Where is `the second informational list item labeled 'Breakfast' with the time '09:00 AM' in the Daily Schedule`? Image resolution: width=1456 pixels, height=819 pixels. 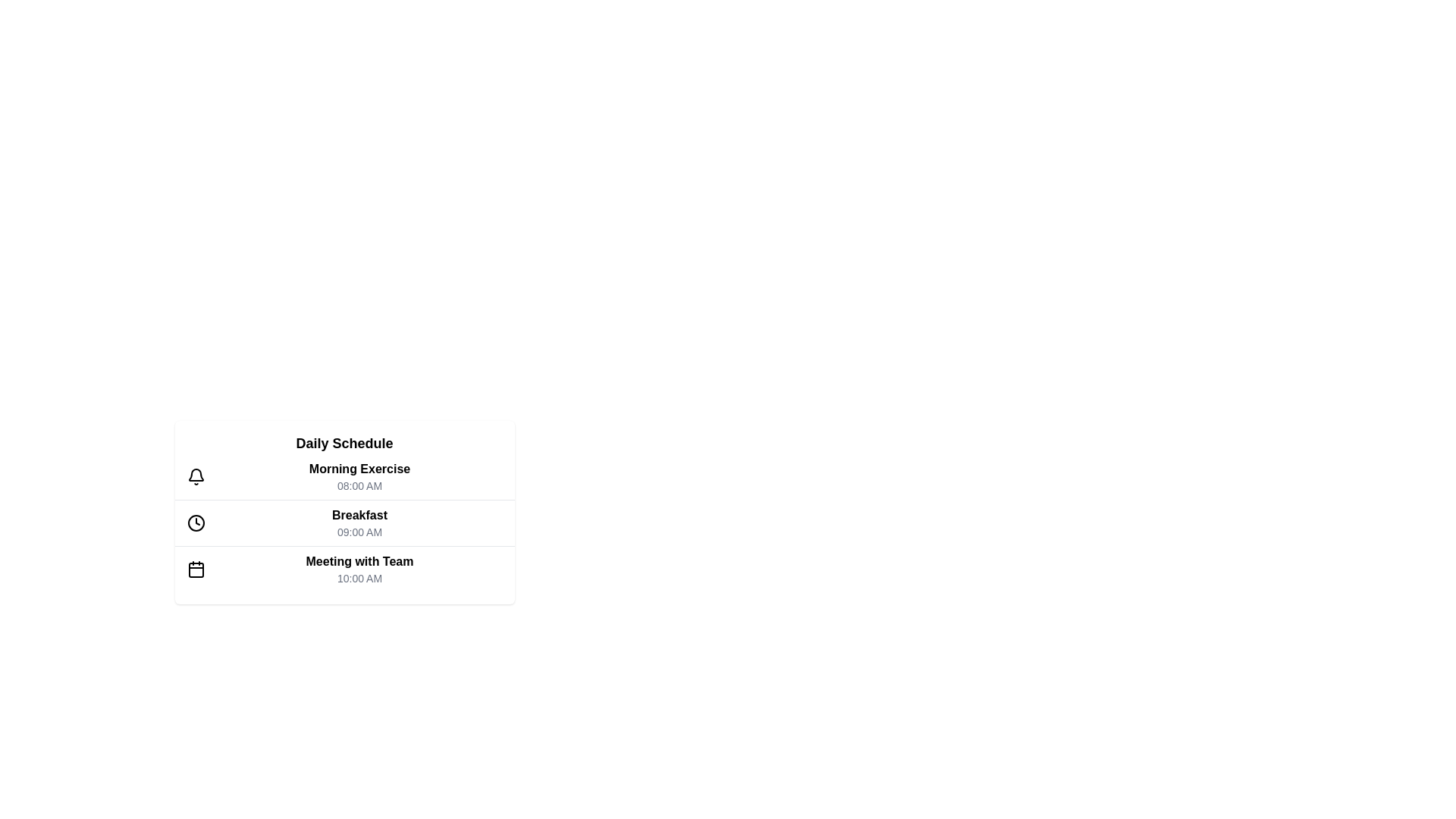 the second informational list item labeled 'Breakfast' with the time '09:00 AM' in the Daily Schedule is located at coordinates (344, 512).